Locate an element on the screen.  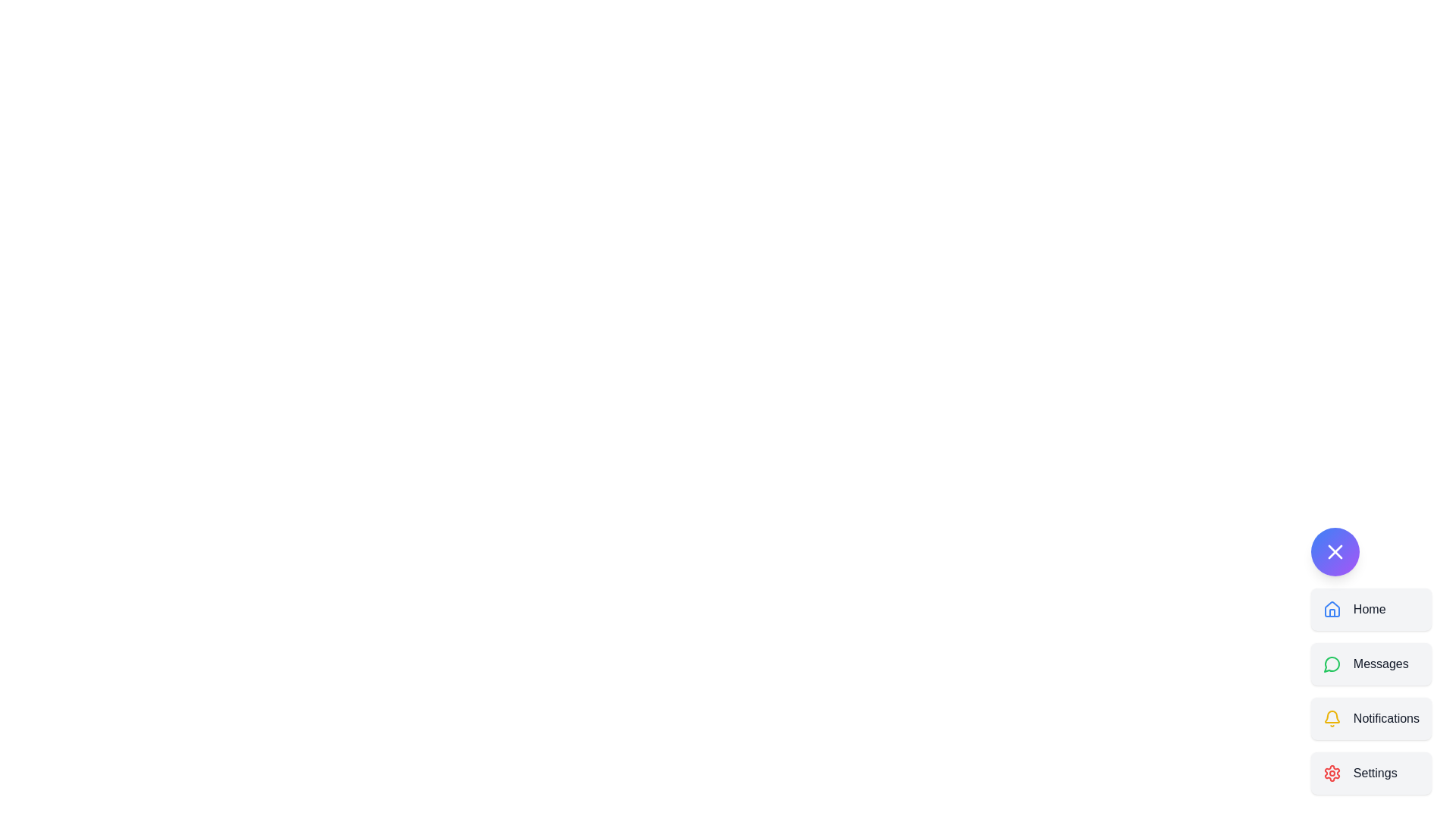
the 'Settings' button is located at coordinates (1371, 773).